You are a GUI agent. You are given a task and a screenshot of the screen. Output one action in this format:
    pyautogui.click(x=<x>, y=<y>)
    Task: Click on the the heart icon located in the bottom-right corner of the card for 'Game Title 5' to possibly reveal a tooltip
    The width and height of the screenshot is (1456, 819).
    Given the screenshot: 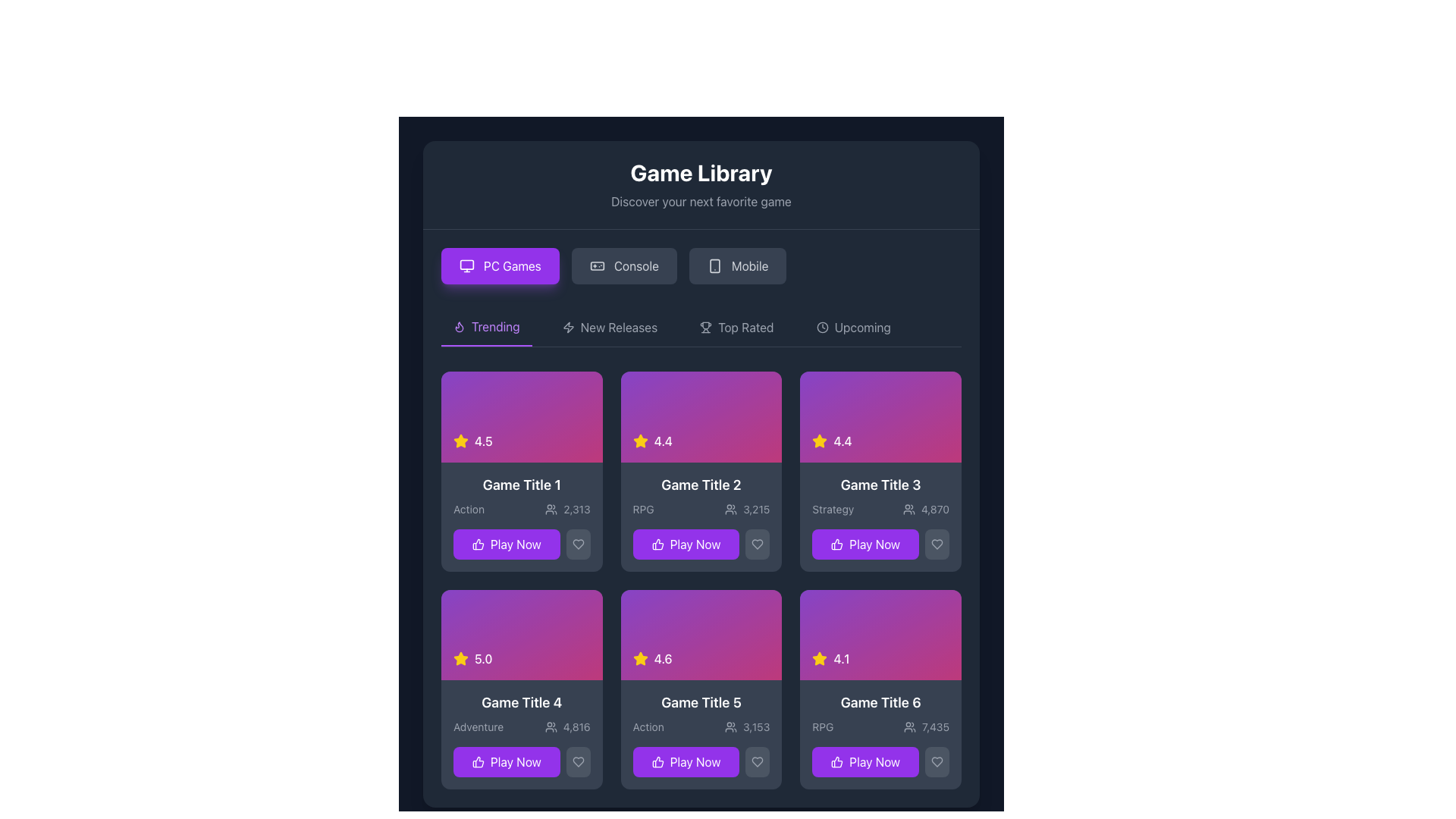 What is the action you would take?
    pyautogui.click(x=758, y=762)
    